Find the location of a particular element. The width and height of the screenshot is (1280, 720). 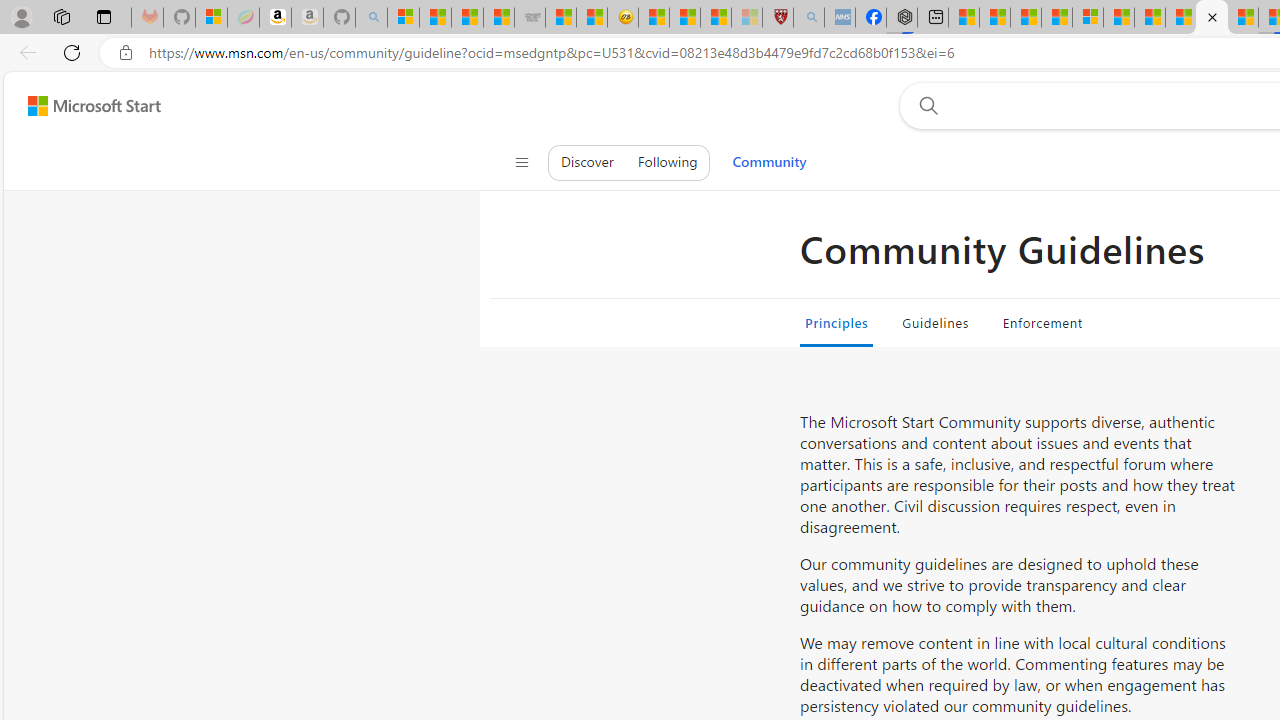

'Principles' is located at coordinates (837, 321).